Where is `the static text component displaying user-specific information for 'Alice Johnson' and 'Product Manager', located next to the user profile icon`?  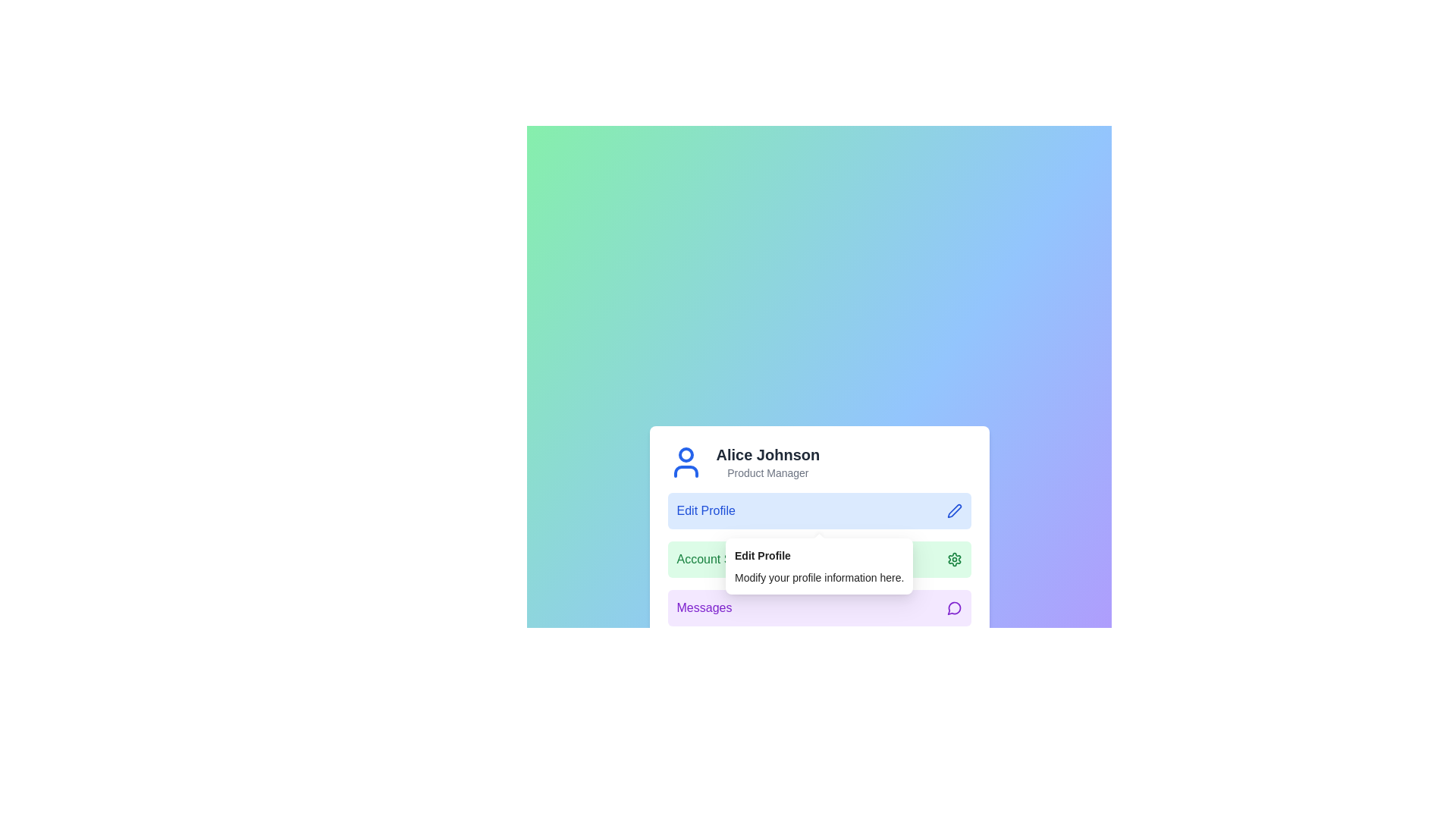 the static text component displaying user-specific information for 'Alice Johnson' and 'Product Manager', located next to the user profile icon is located at coordinates (767, 461).